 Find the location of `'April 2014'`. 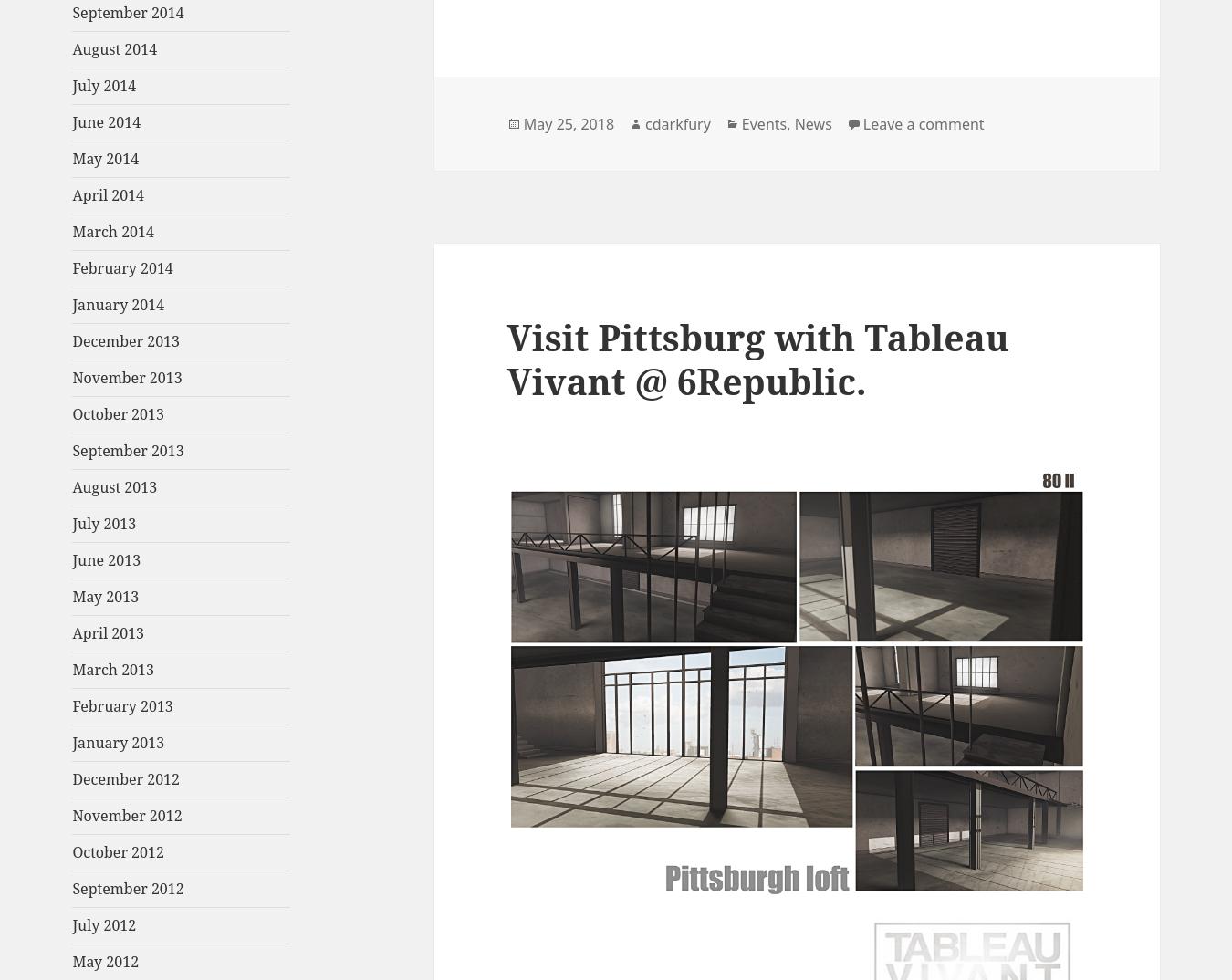

'April 2014' is located at coordinates (70, 195).